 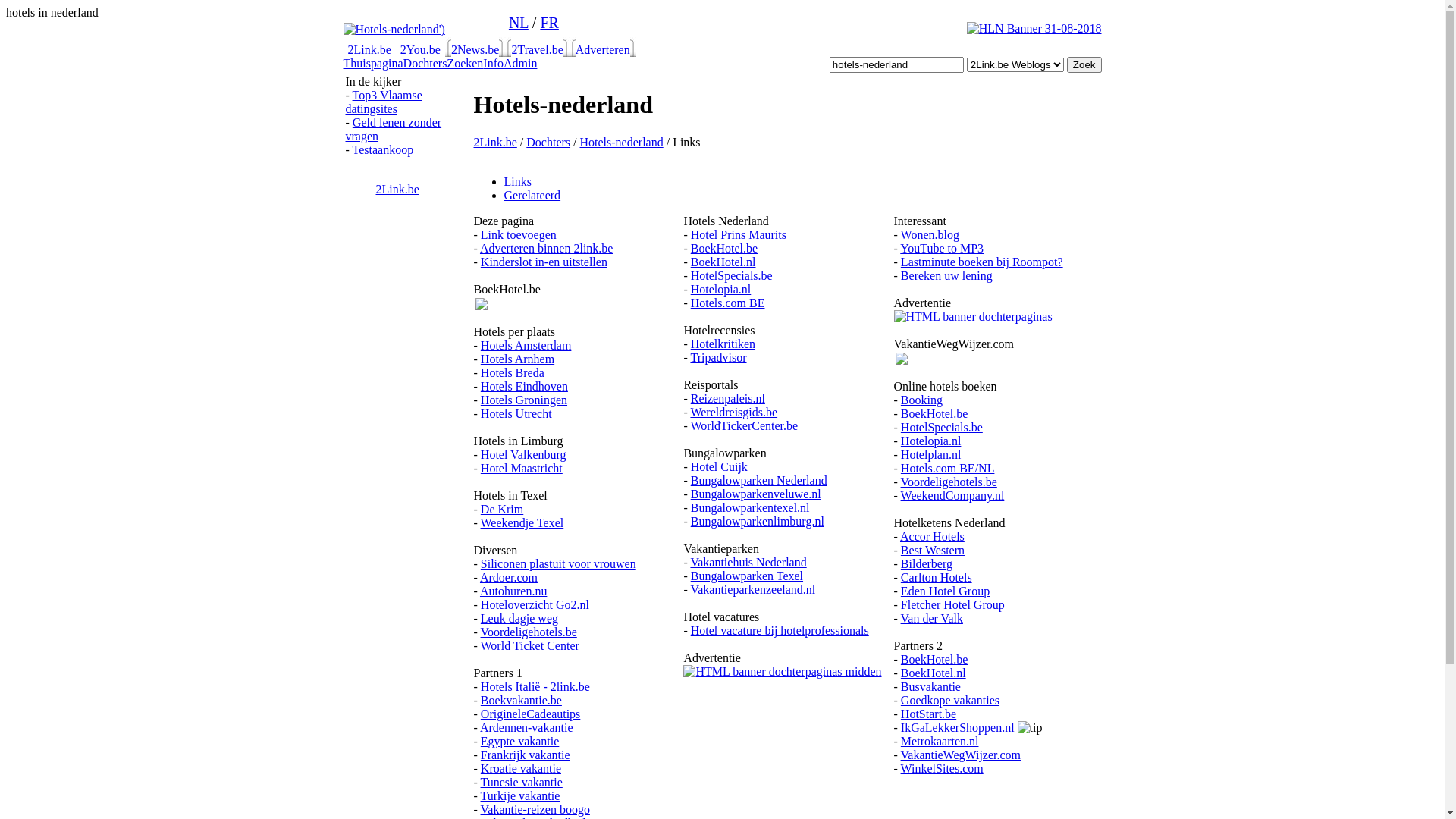 I want to click on 'Frankrijk vakantie', so click(x=525, y=755).